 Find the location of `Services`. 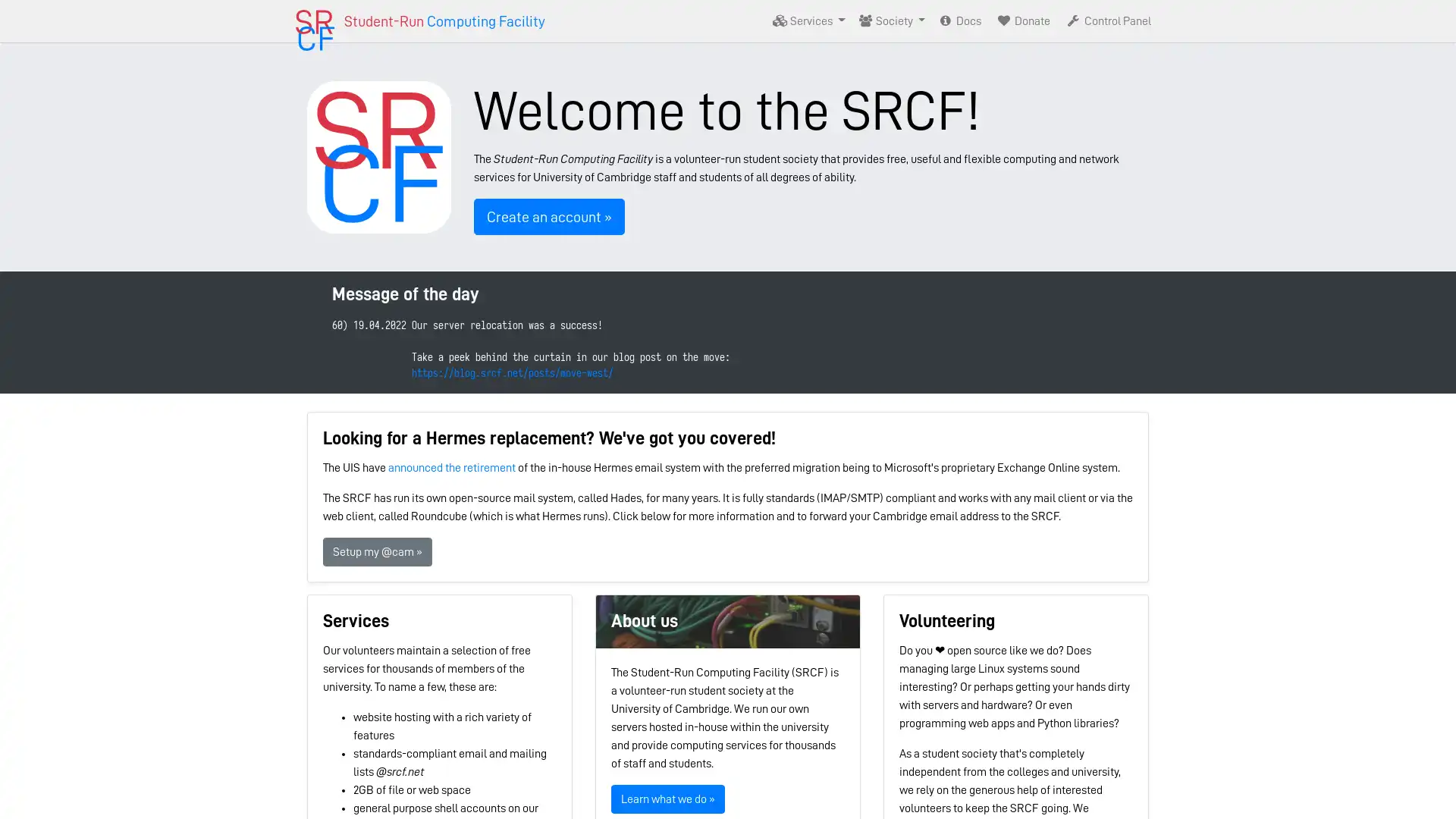

Services is located at coordinates (808, 20).